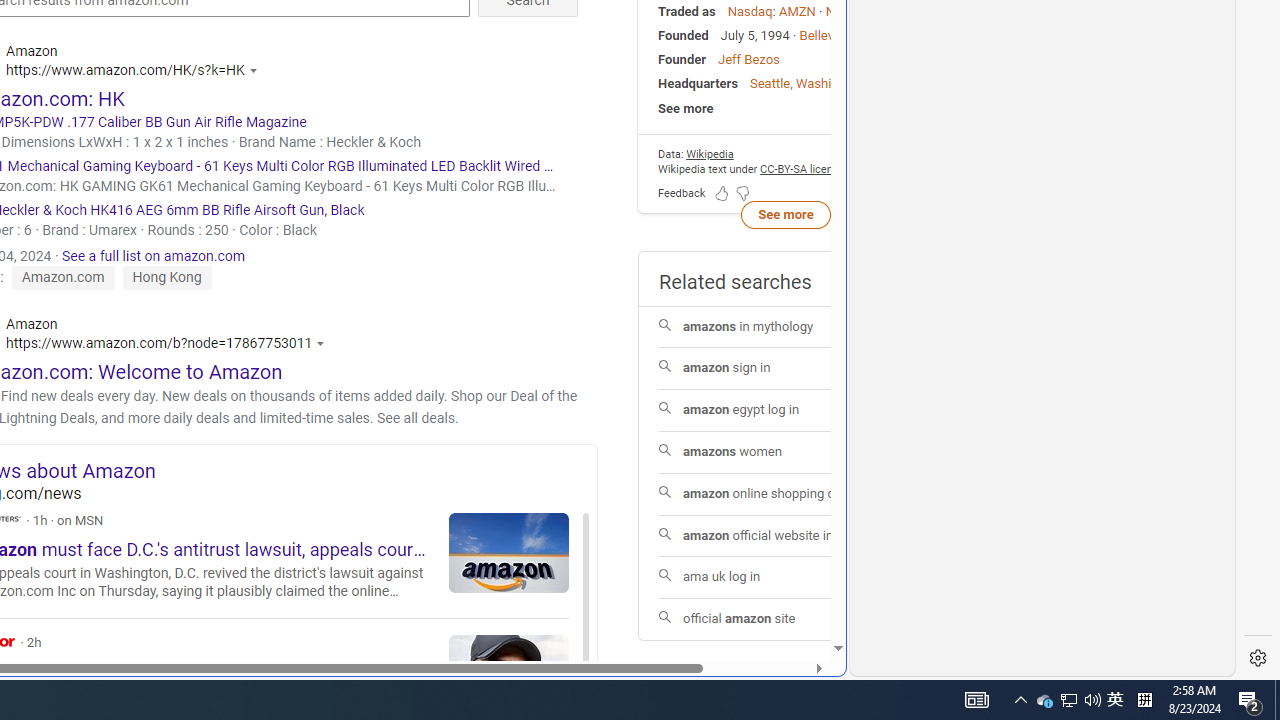  Describe the element at coordinates (802, 168) in the screenshot. I see `'CC-BY-SA license'` at that location.